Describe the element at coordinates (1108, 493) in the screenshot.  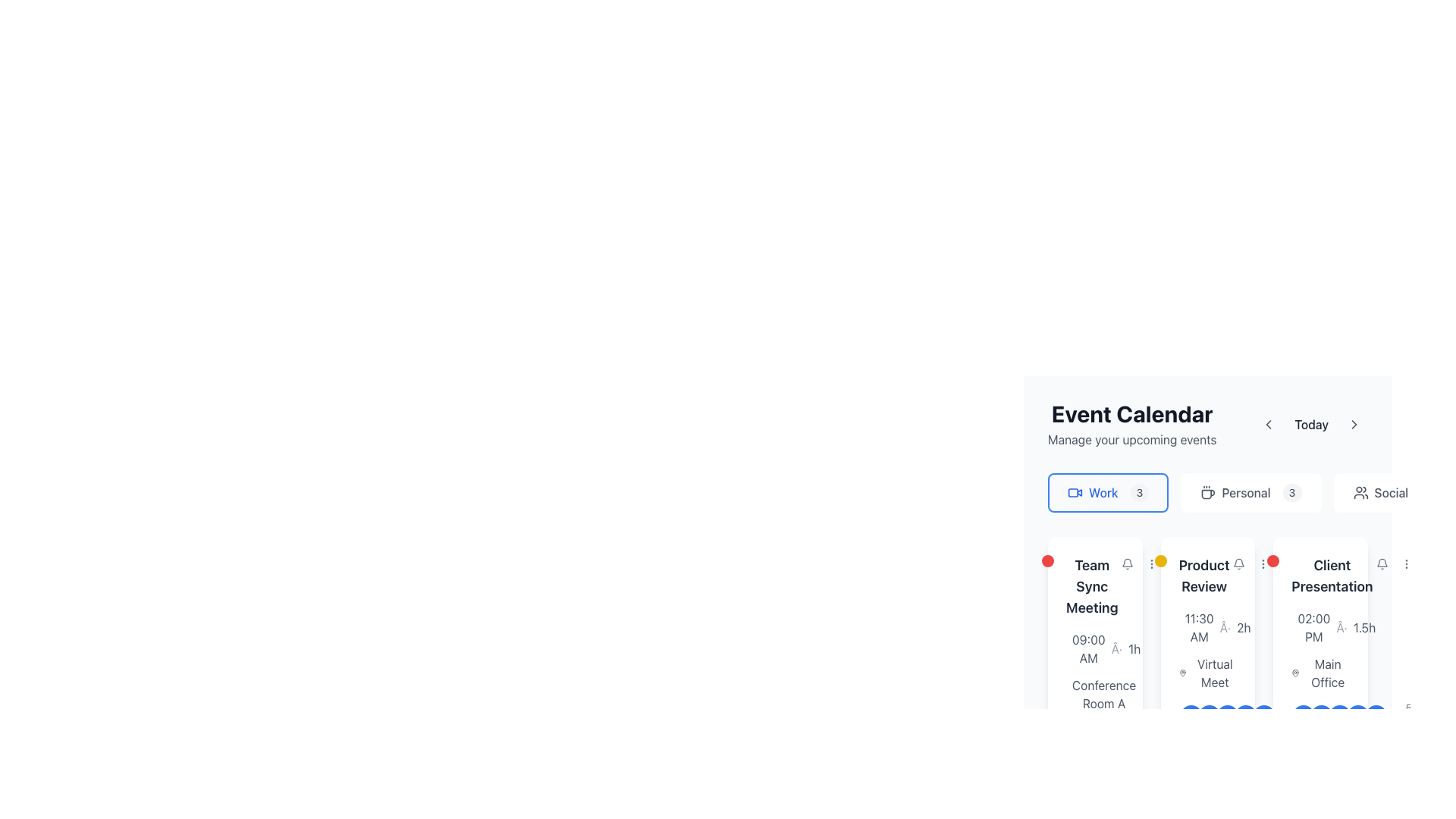
I see `the 'Work' category filter button located at the top of the interface near the 'Event Calendar' header` at that location.